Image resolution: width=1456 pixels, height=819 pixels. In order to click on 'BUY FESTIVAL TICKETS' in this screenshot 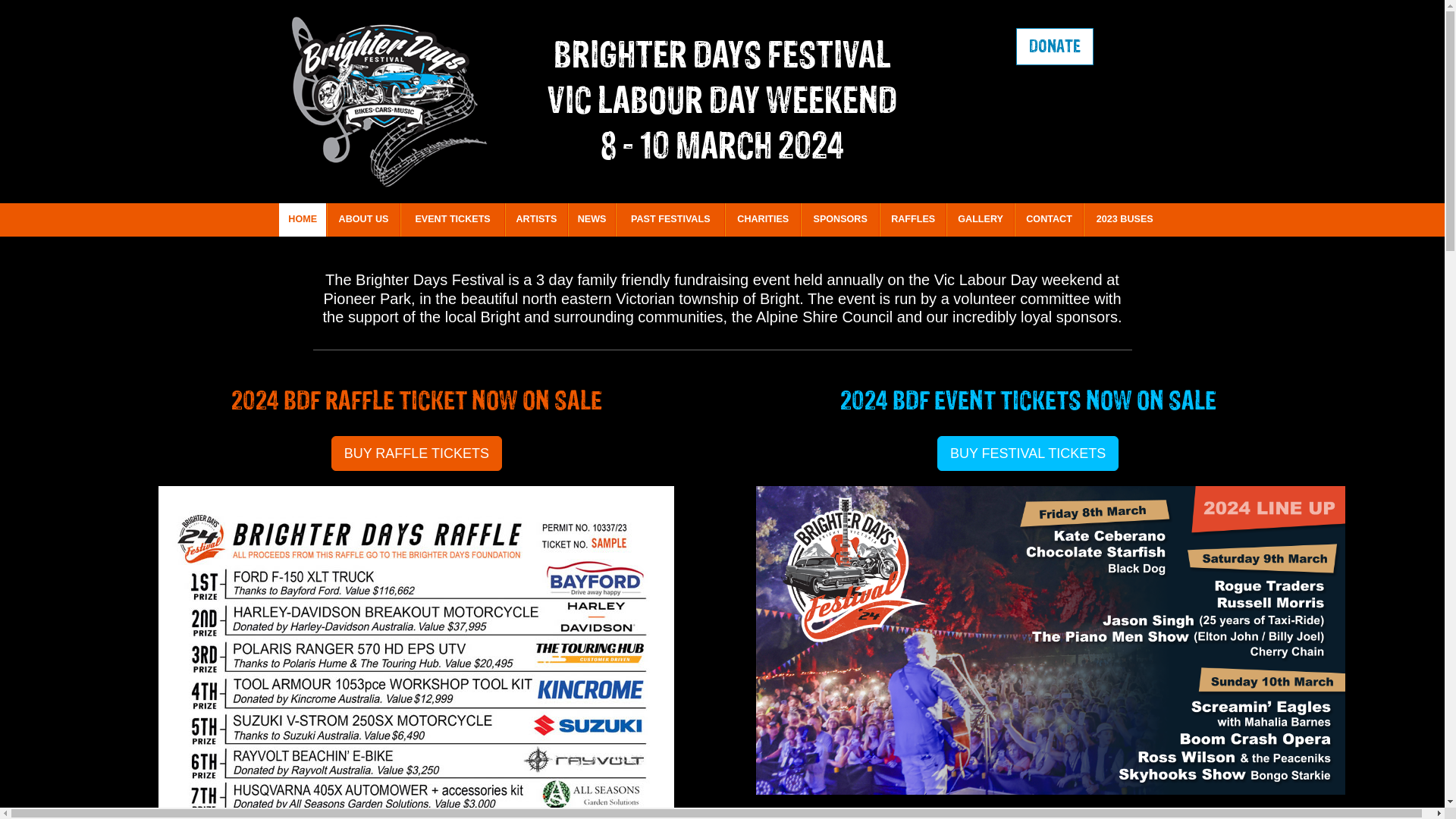, I will do `click(1028, 452)`.